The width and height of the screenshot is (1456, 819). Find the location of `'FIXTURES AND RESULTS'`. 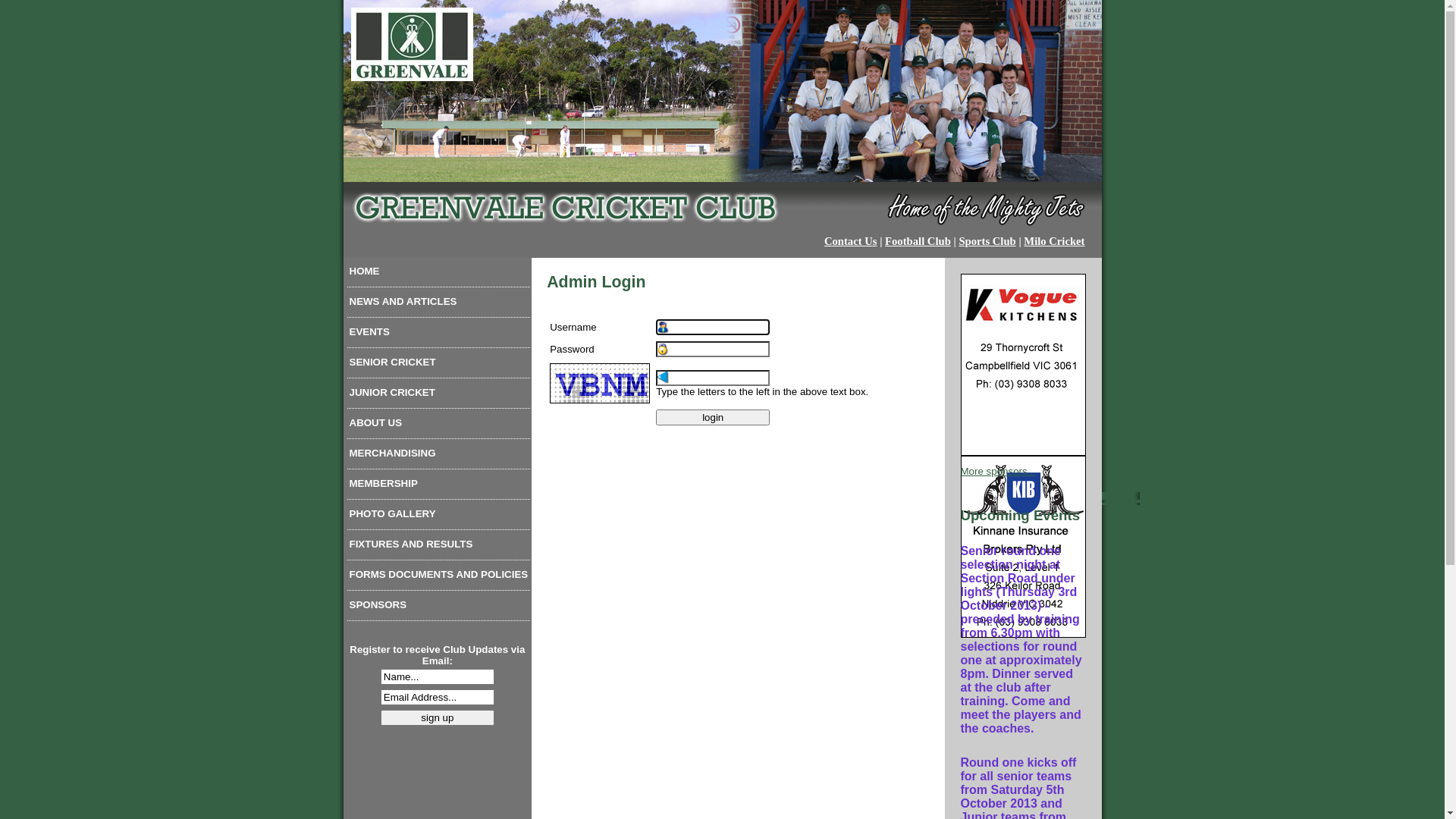

'FIXTURES AND RESULTS' is located at coordinates (438, 547).